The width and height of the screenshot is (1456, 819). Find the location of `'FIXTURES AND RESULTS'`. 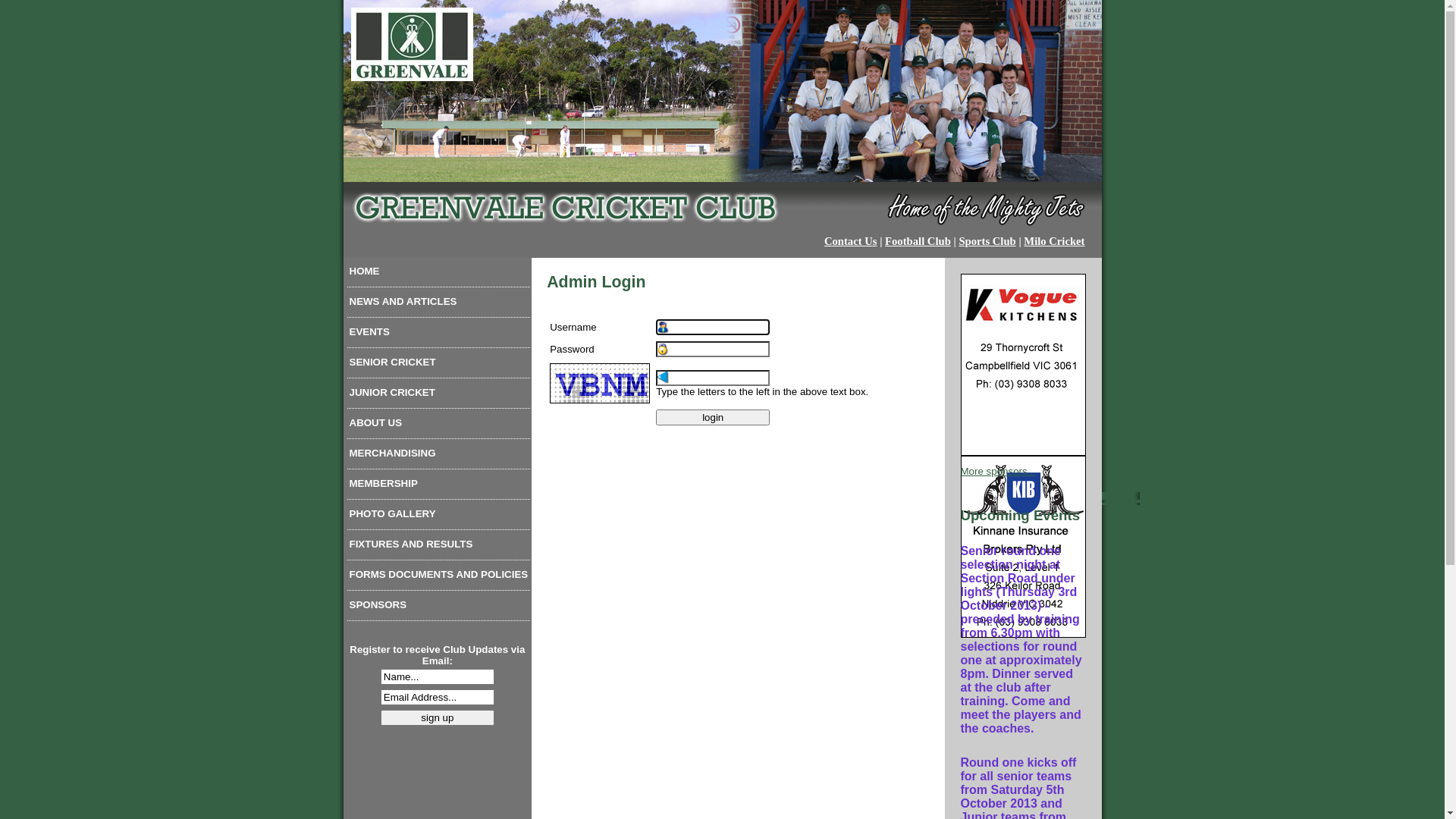

'FIXTURES AND RESULTS' is located at coordinates (438, 547).